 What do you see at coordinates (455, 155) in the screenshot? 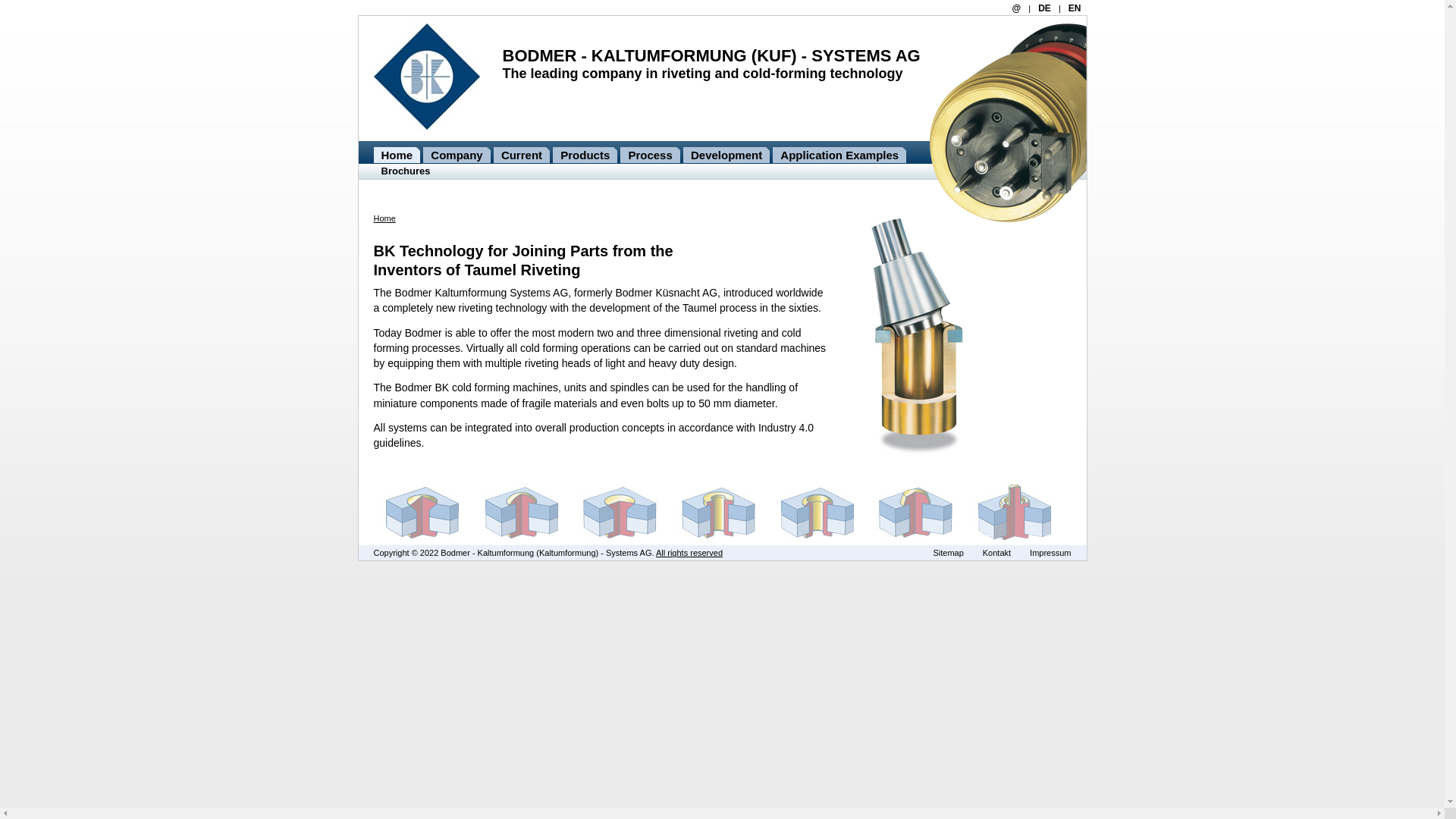
I see `'Company'` at bounding box center [455, 155].